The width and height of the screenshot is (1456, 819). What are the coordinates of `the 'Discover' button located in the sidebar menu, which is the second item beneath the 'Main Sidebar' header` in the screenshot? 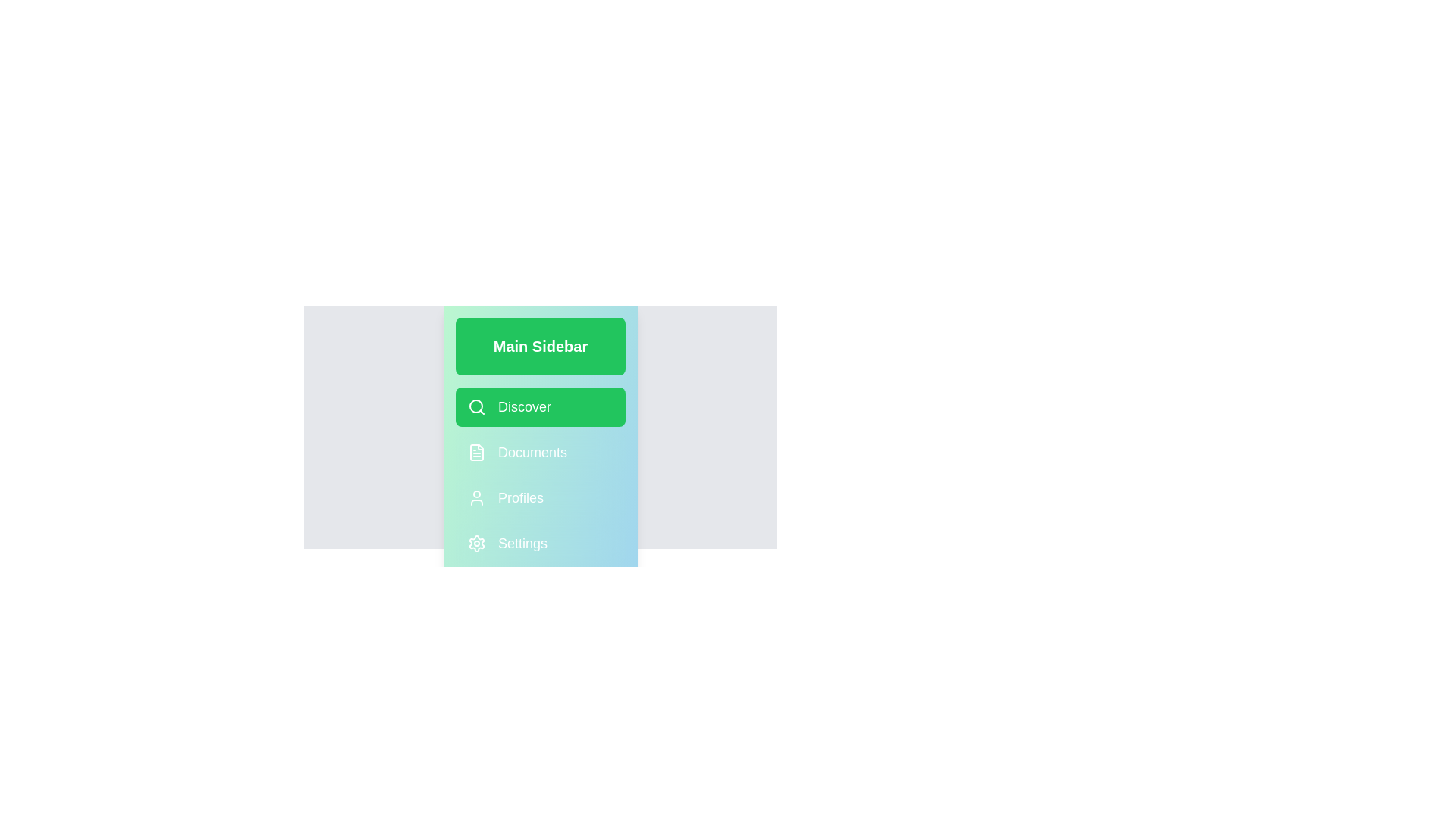 It's located at (541, 427).